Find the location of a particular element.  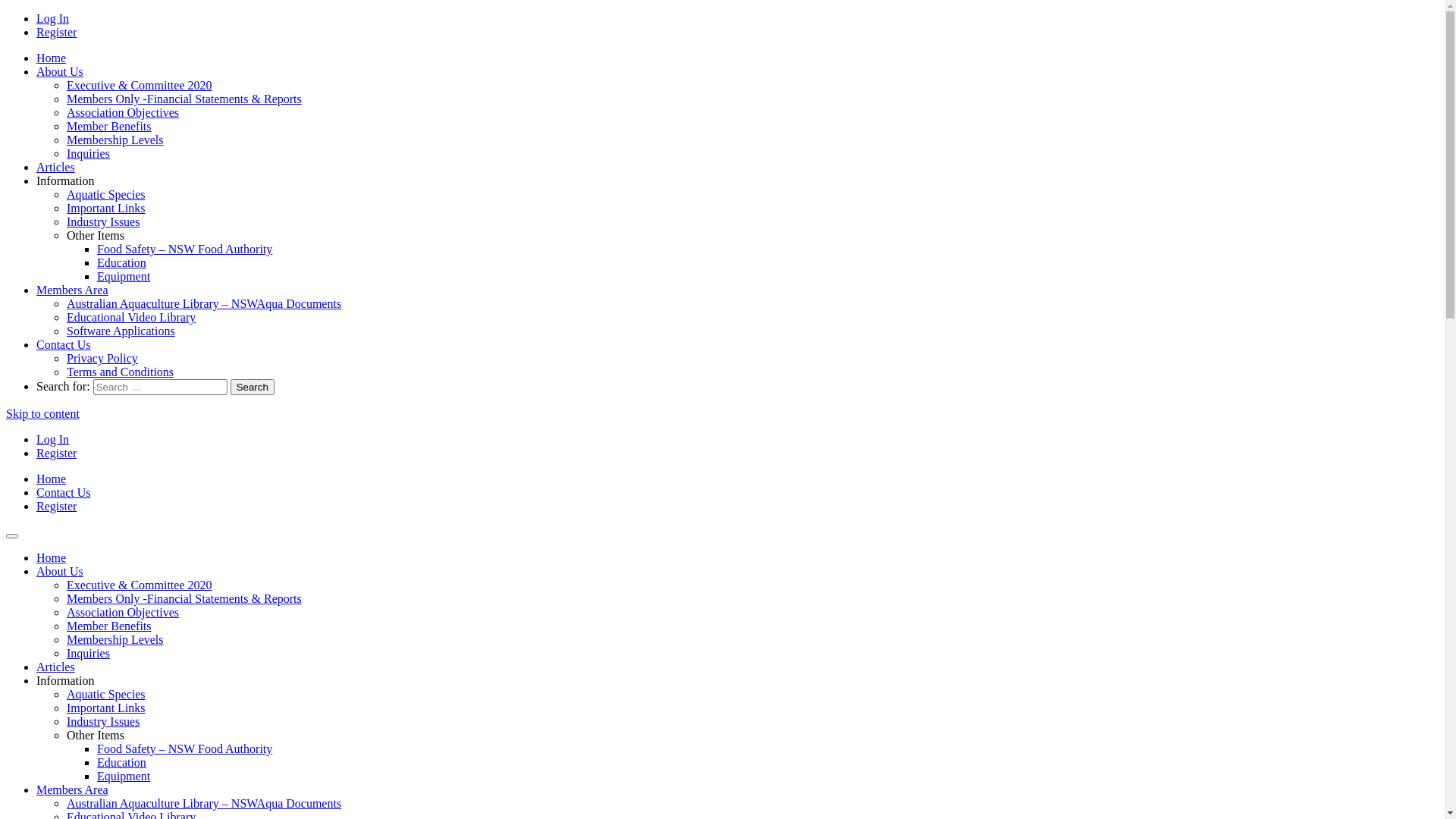

'Important Links' is located at coordinates (105, 208).